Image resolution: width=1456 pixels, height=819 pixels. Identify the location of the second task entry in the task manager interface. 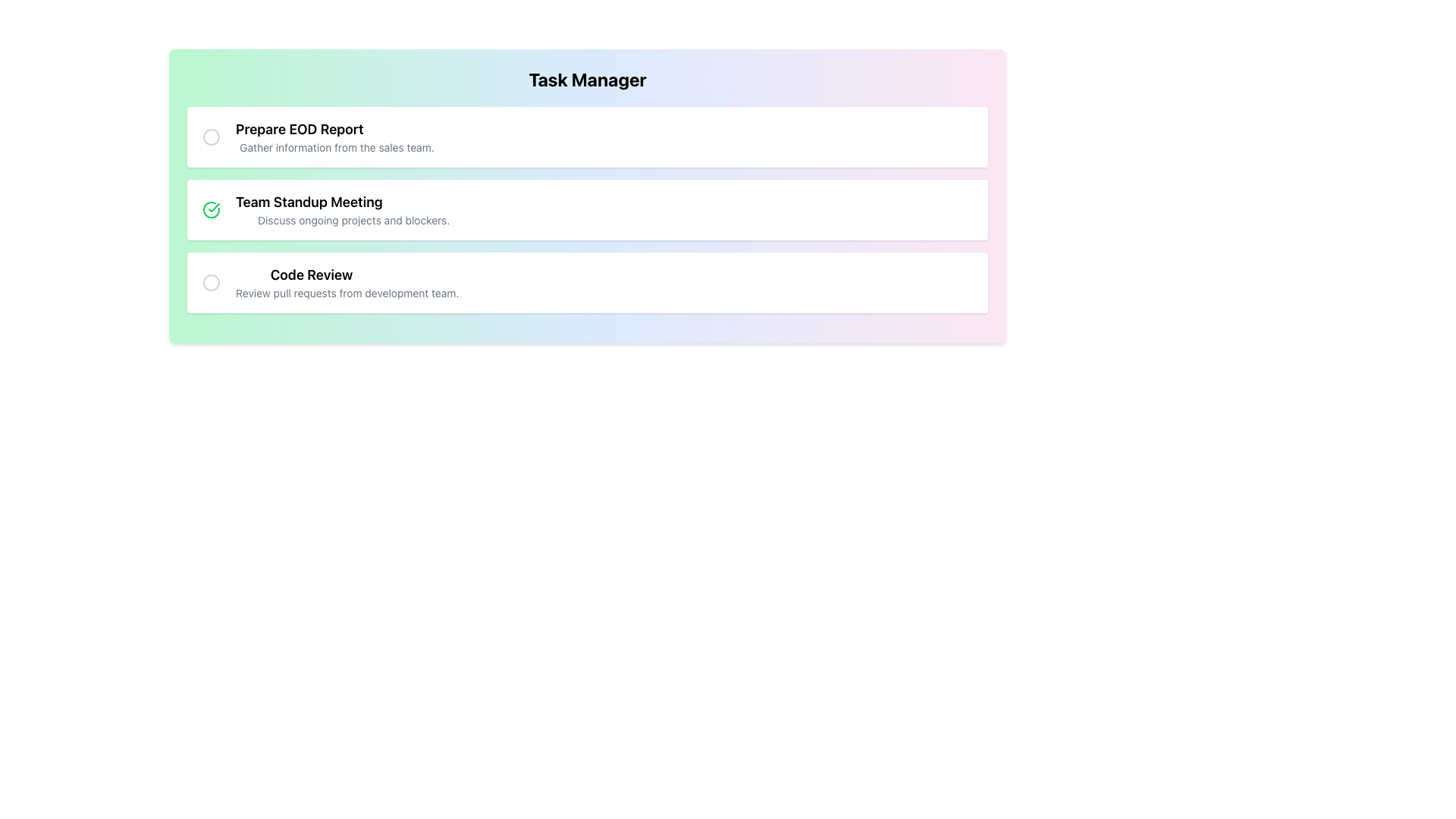
(334, 210).